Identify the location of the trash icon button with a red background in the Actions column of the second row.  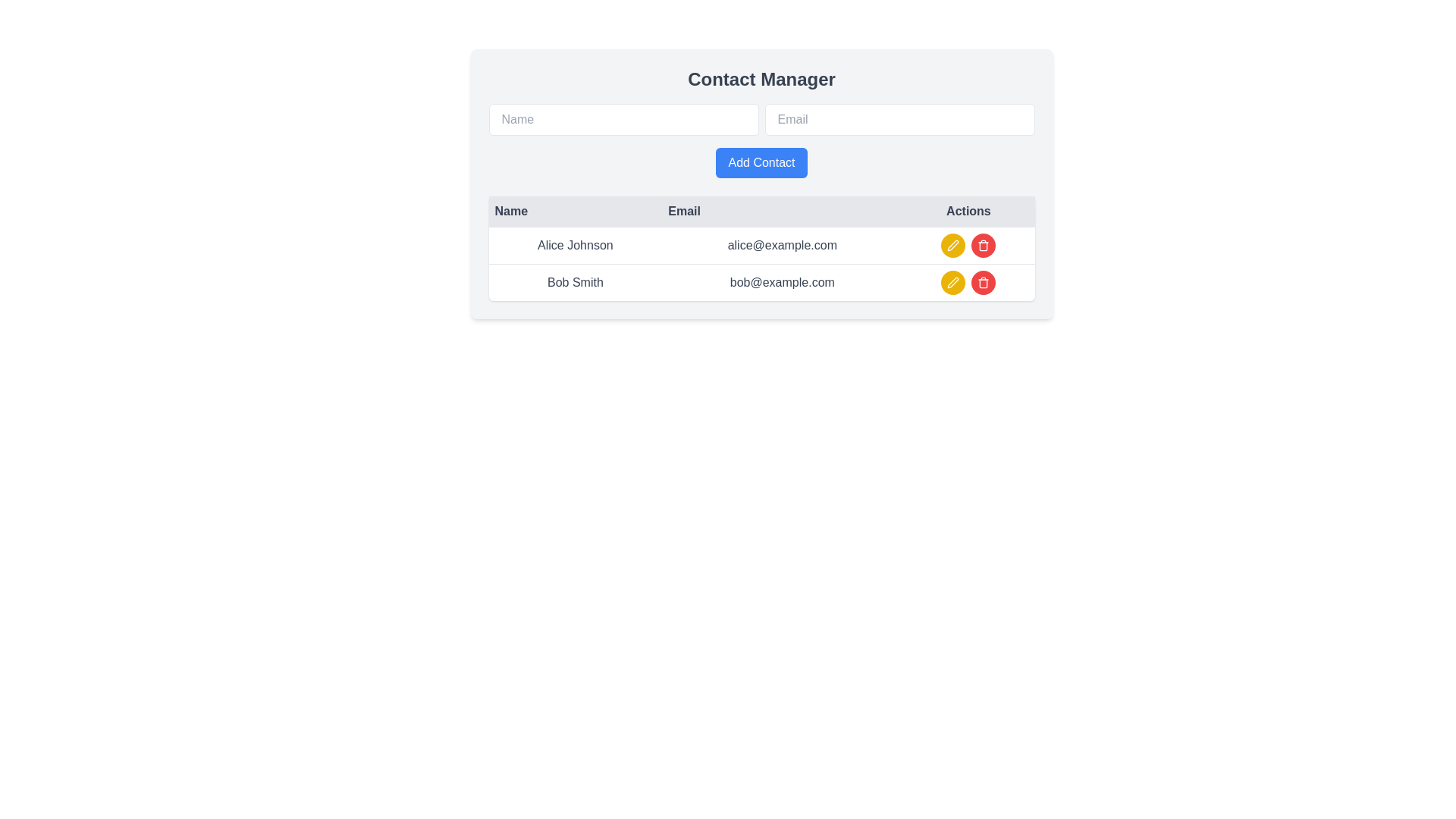
(984, 283).